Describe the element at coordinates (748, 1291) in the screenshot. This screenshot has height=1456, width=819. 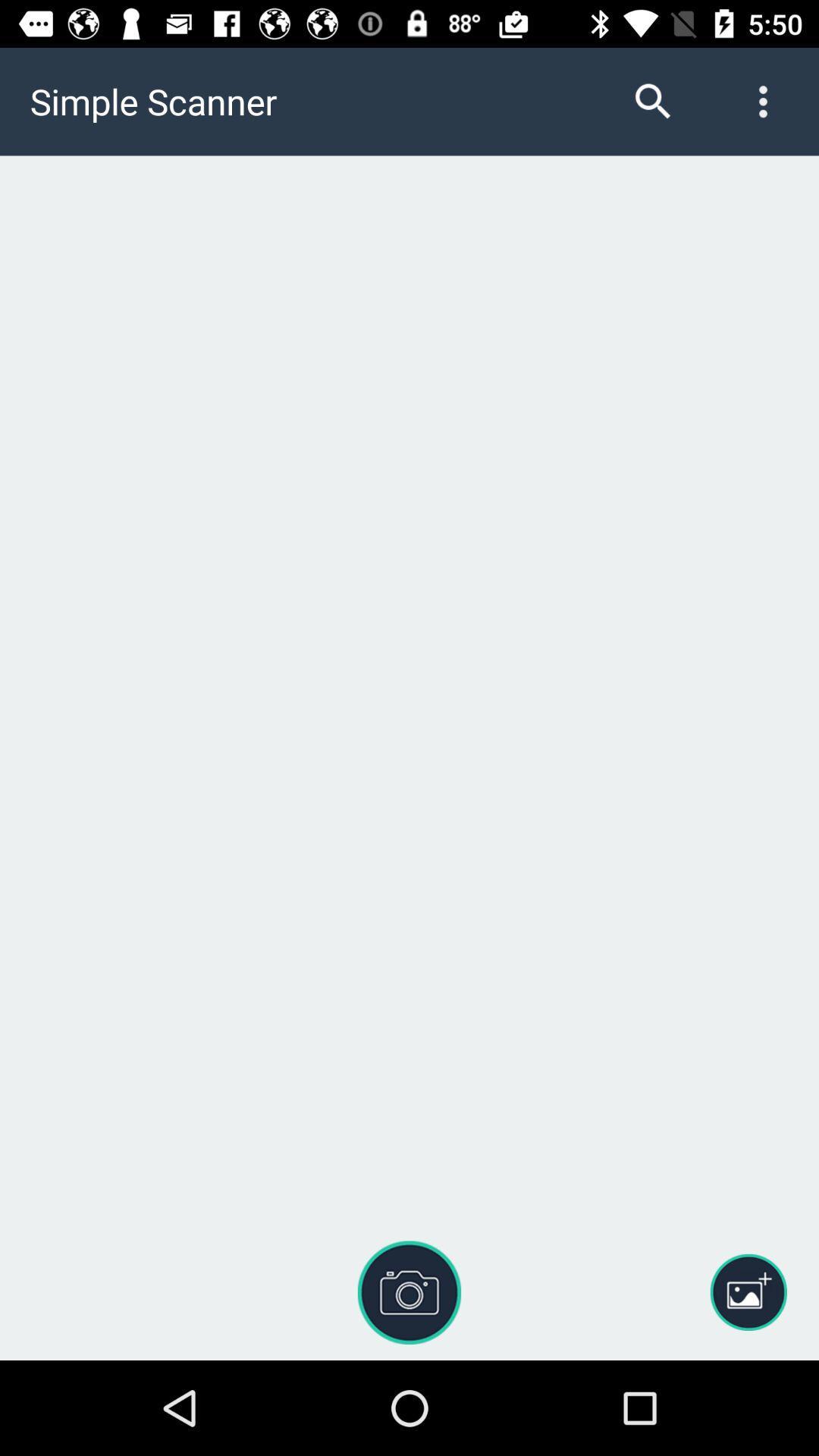
I see `the icon at the bottom right corner` at that location.